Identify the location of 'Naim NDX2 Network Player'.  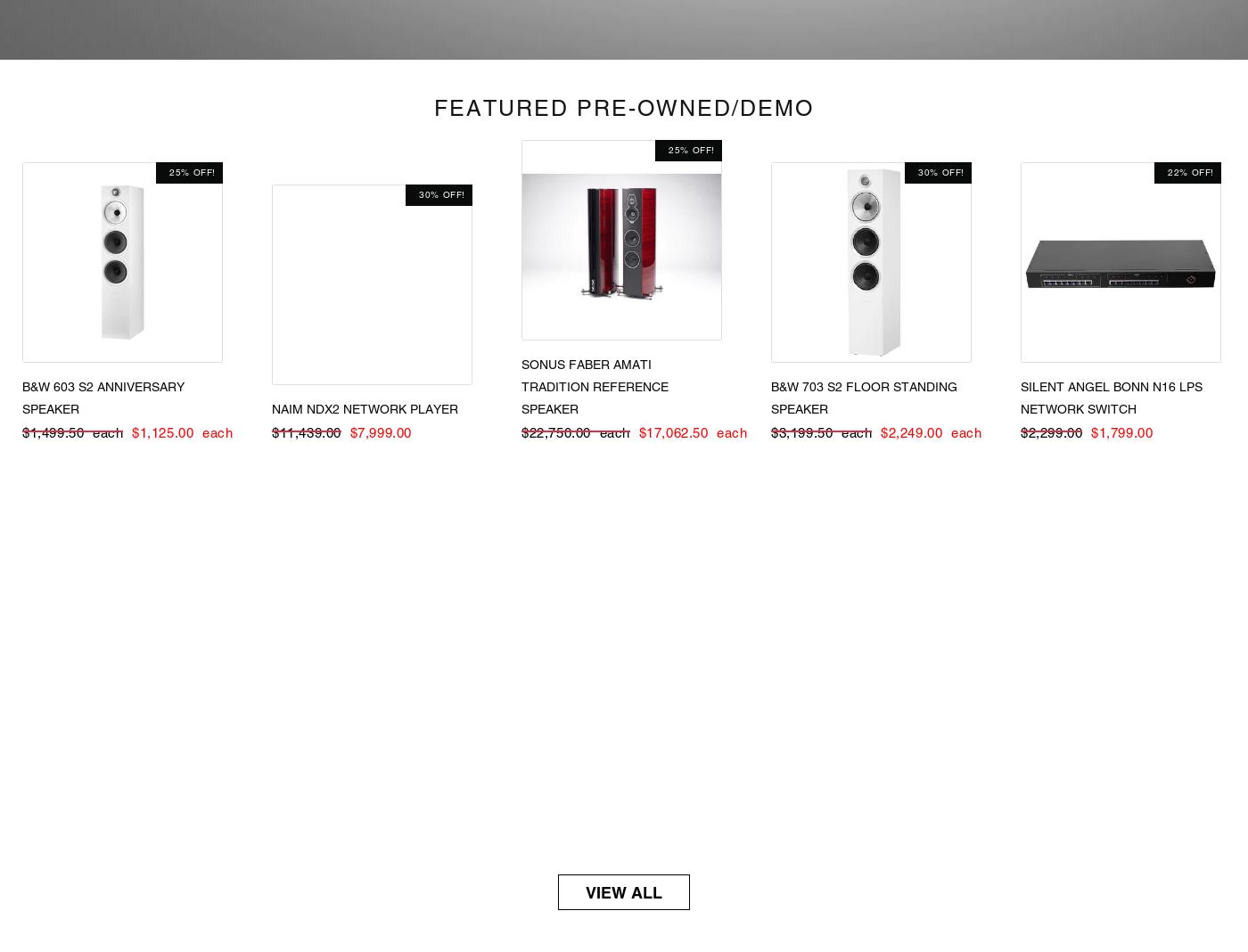
(365, 407).